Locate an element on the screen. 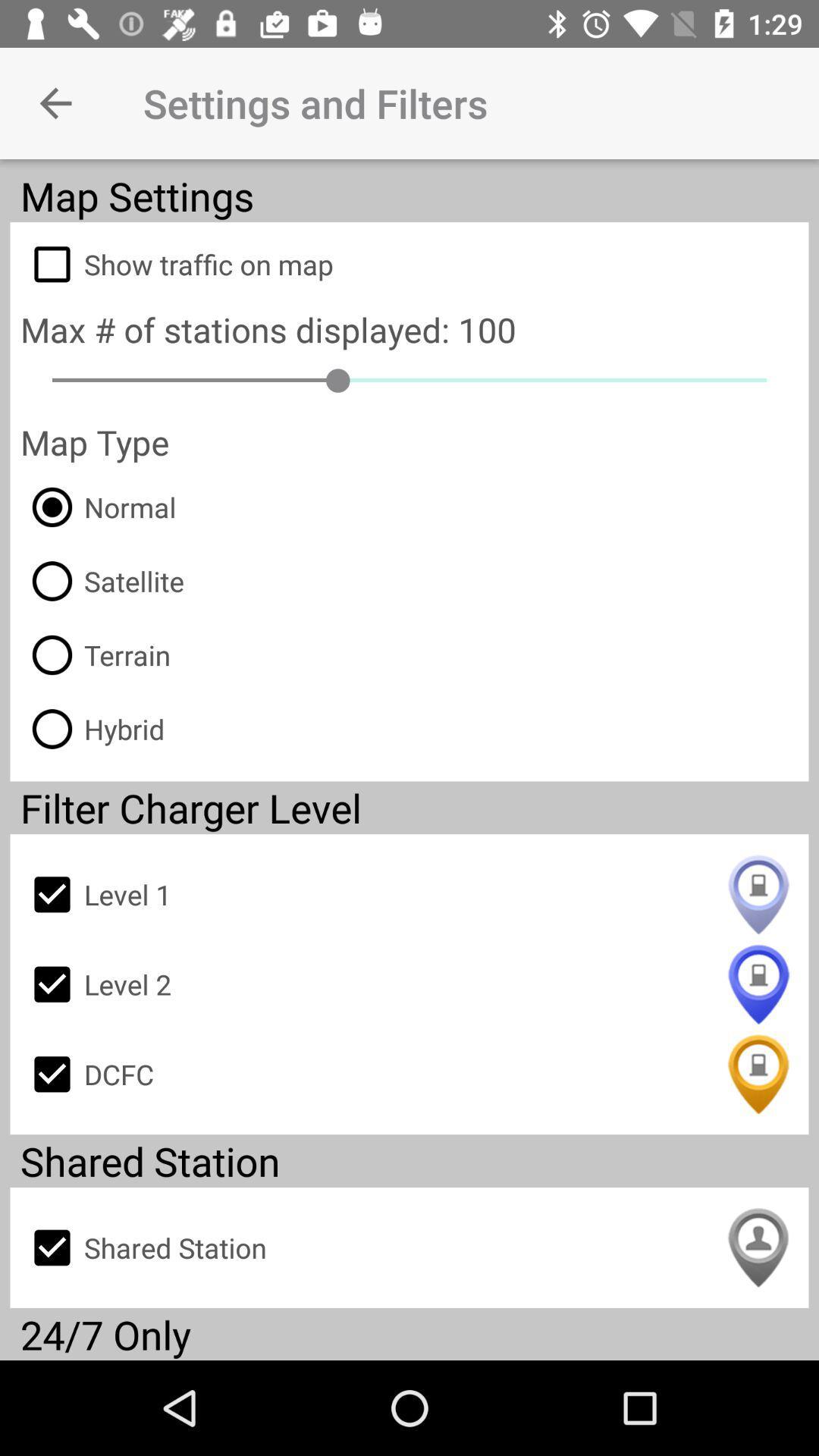 The width and height of the screenshot is (819, 1456). icon below level 1 icon is located at coordinates (409, 984).